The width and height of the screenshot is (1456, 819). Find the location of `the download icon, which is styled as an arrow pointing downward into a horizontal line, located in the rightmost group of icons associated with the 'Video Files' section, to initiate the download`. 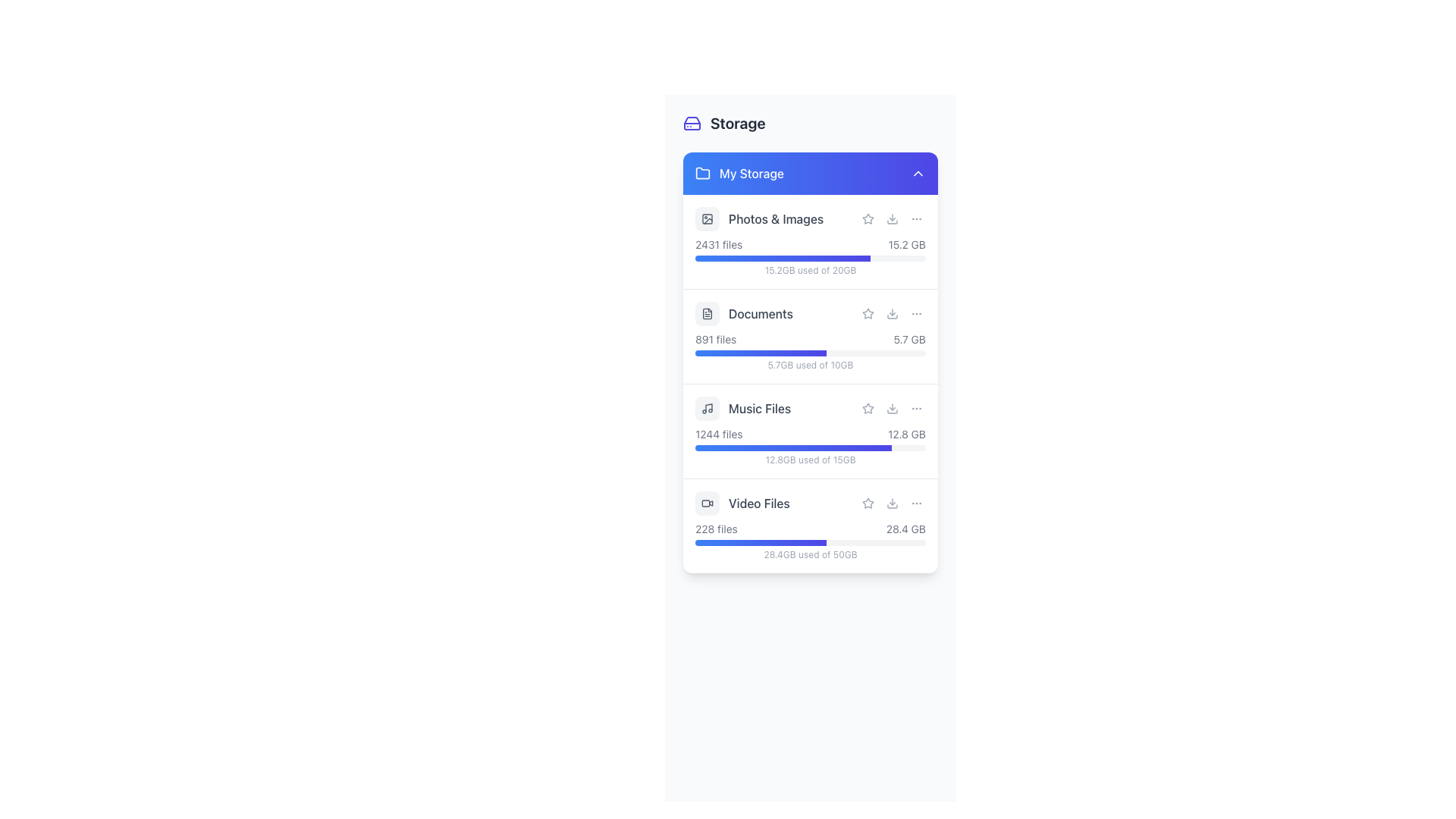

the download icon, which is styled as an arrow pointing downward into a horizontal line, located in the rightmost group of icons associated with the 'Video Files' section, to initiate the download is located at coordinates (892, 503).